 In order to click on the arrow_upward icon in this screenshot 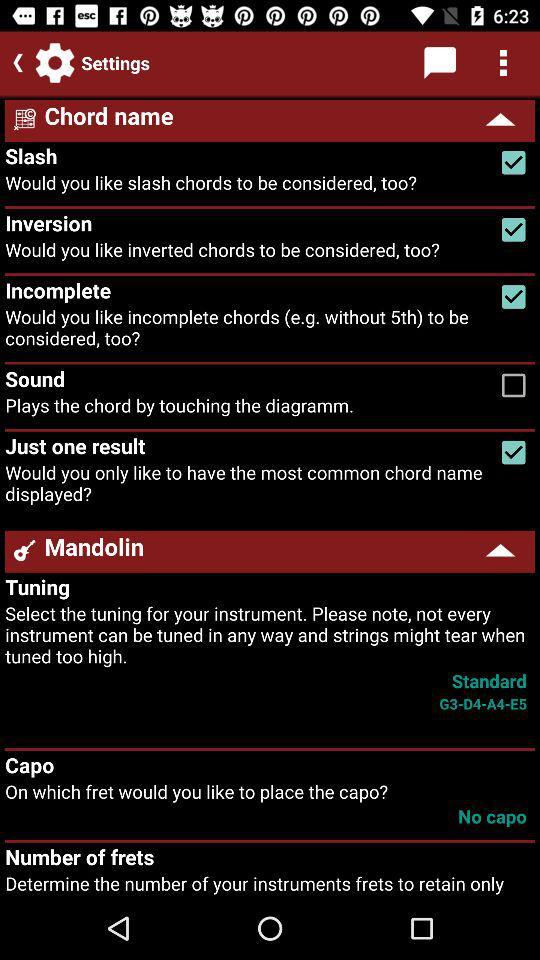, I will do `click(507, 550)`.